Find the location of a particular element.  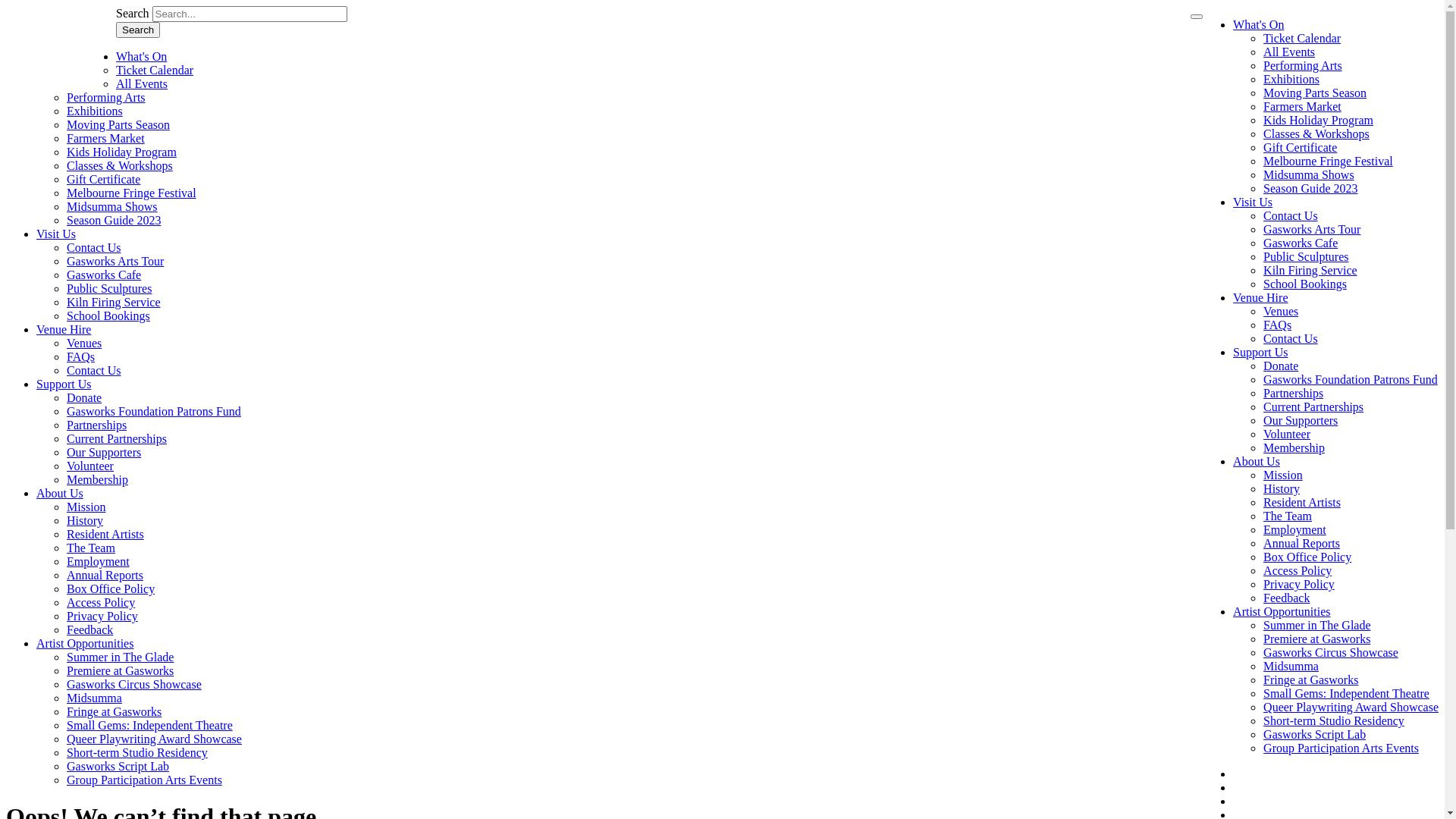

'Gasworks Arts Tour' is located at coordinates (115, 260).